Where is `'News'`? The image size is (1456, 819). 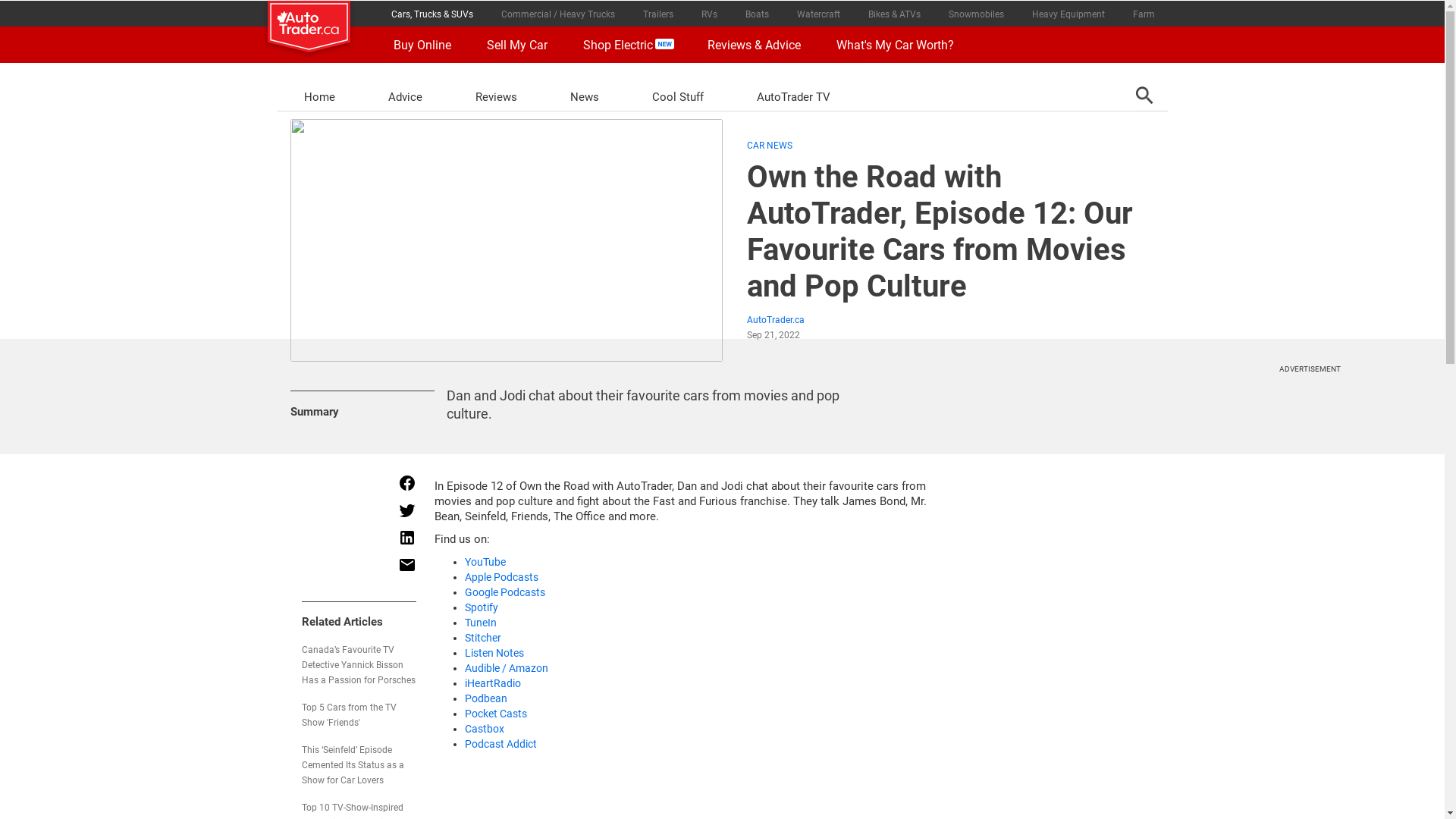
'News' is located at coordinates (584, 96).